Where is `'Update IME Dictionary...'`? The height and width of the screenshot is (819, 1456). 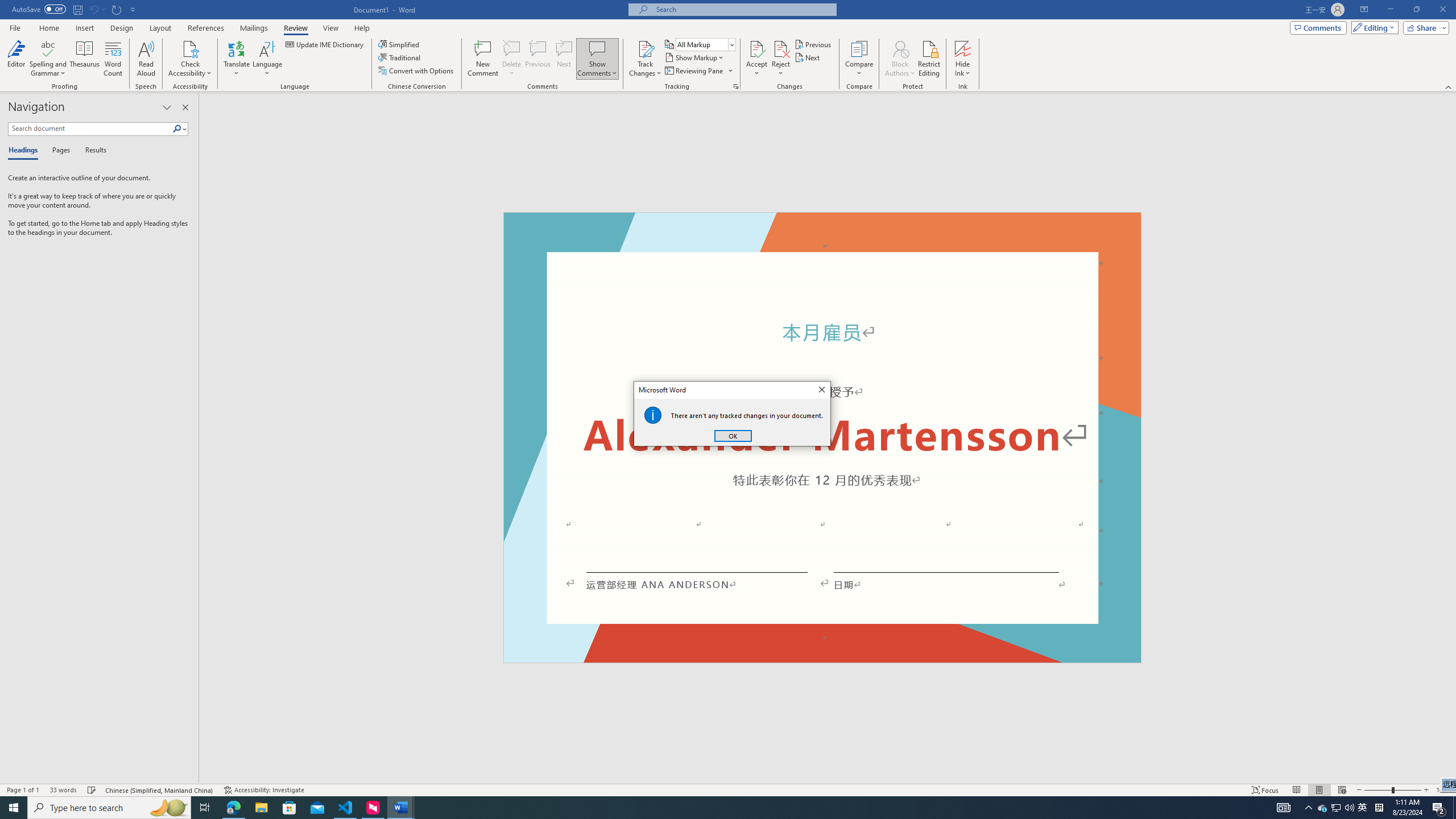 'Update IME Dictionary...' is located at coordinates (325, 44).